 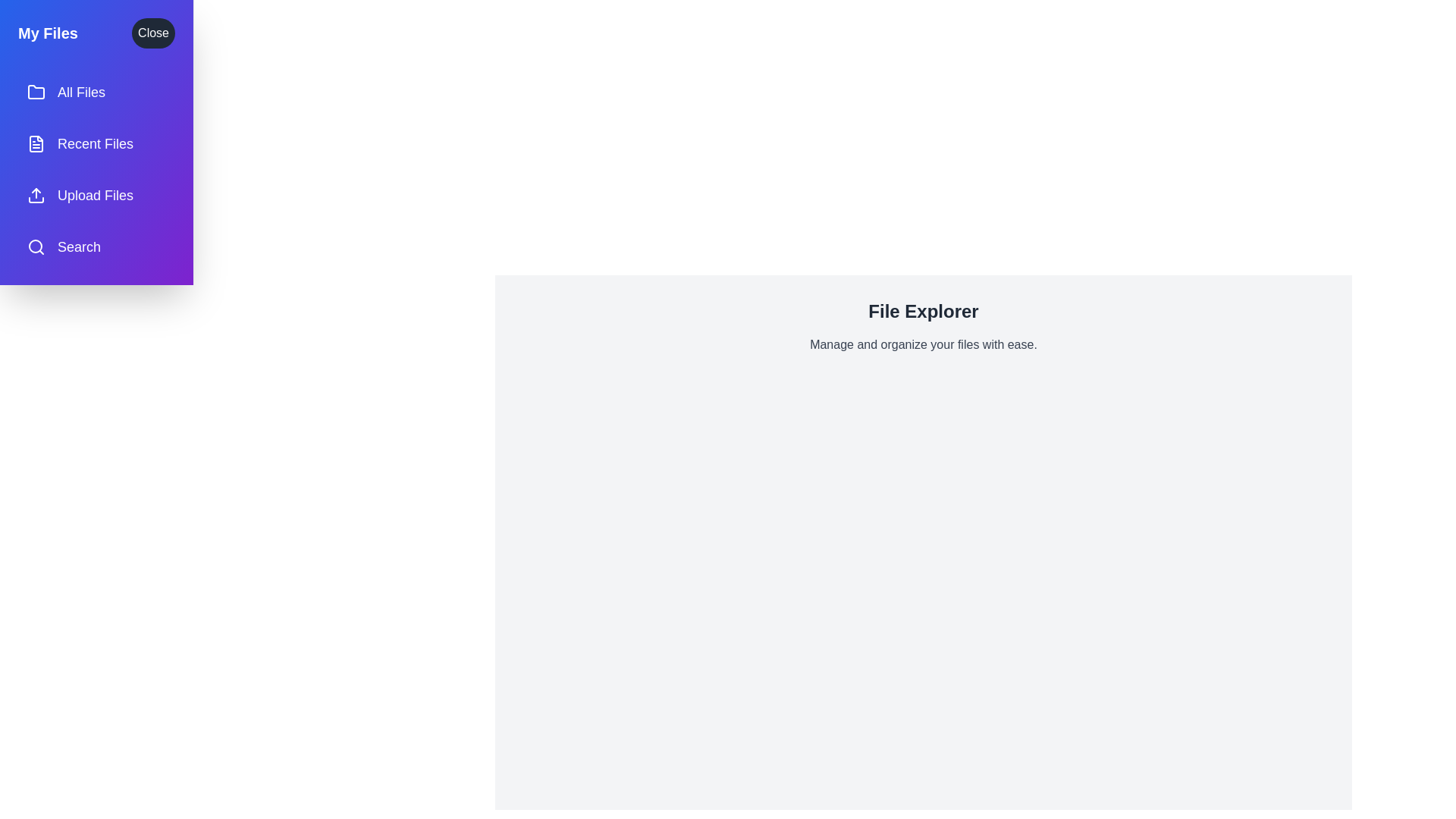 I want to click on the menu item Recent Files to observe the hover effect, so click(x=96, y=143).